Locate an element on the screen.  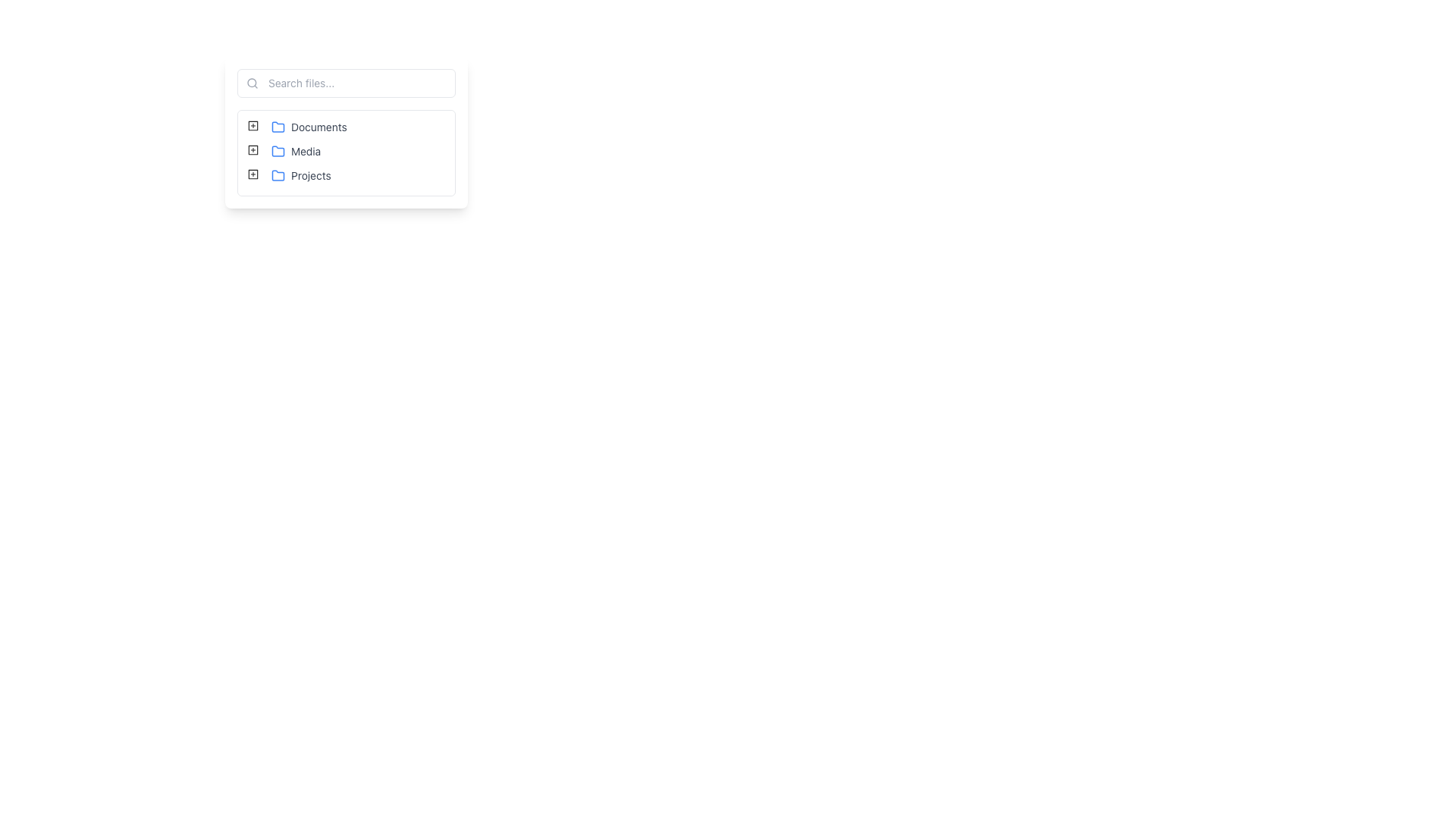
the graphical framing icon, which is a square outline with rounded corners, positioned to the left of the 'Documents' item in the list interface is located at coordinates (253, 124).